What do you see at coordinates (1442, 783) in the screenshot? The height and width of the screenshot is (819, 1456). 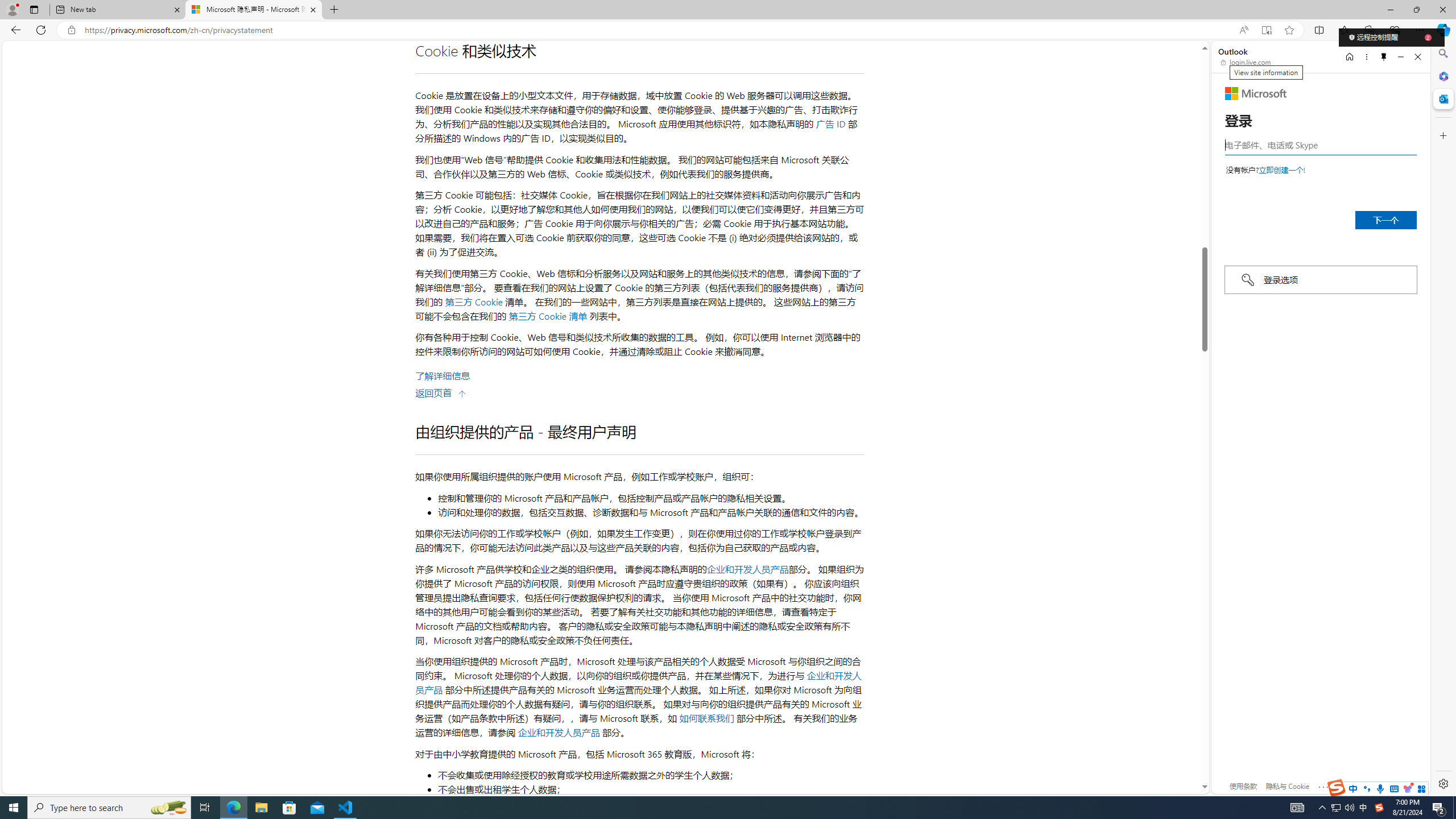 I see `'Settings'` at bounding box center [1442, 783].